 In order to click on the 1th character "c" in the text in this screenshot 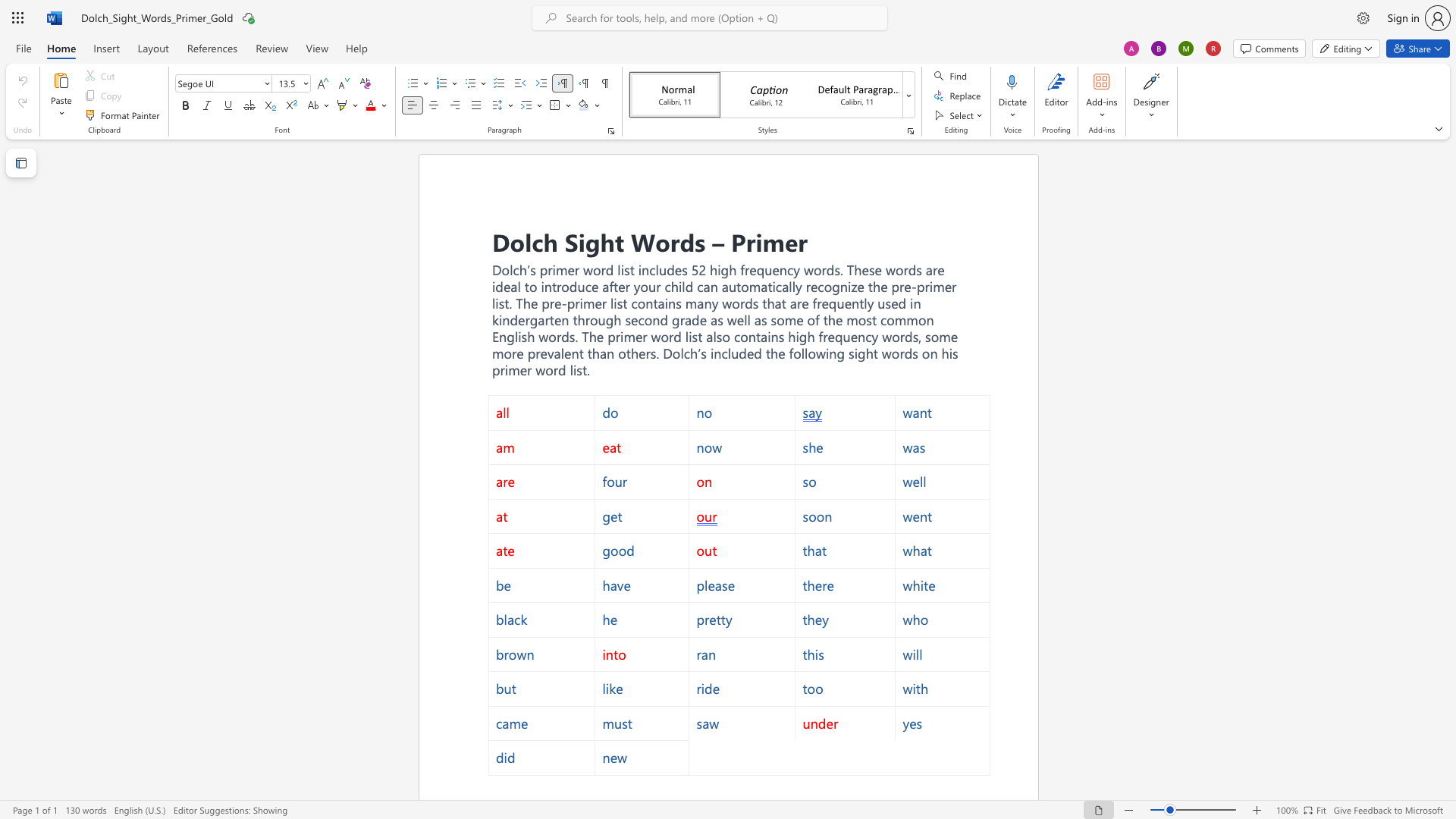, I will do `click(537, 240)`.